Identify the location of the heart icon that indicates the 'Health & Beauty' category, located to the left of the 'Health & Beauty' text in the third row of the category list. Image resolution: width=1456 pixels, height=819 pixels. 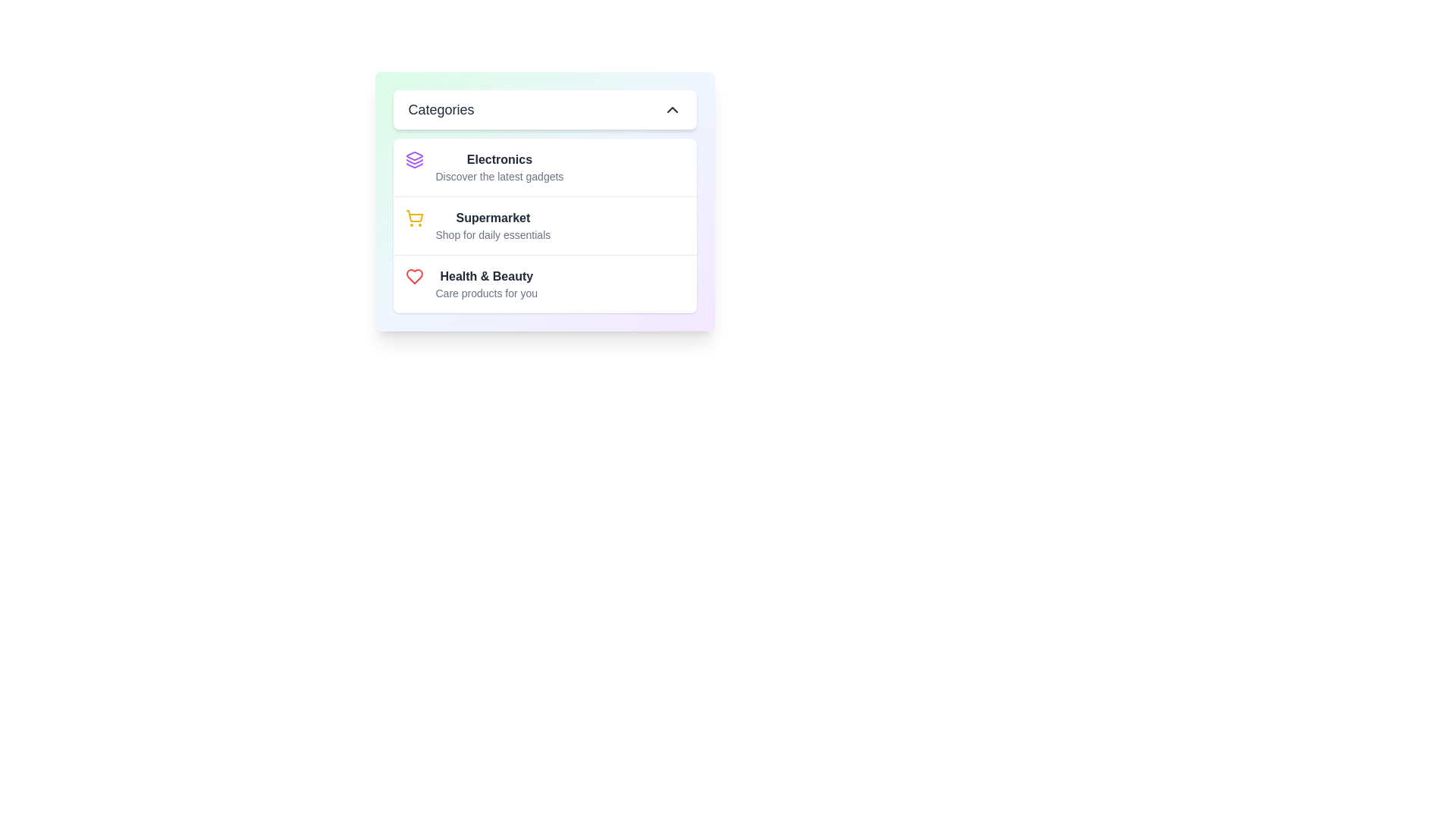
(414, 277).